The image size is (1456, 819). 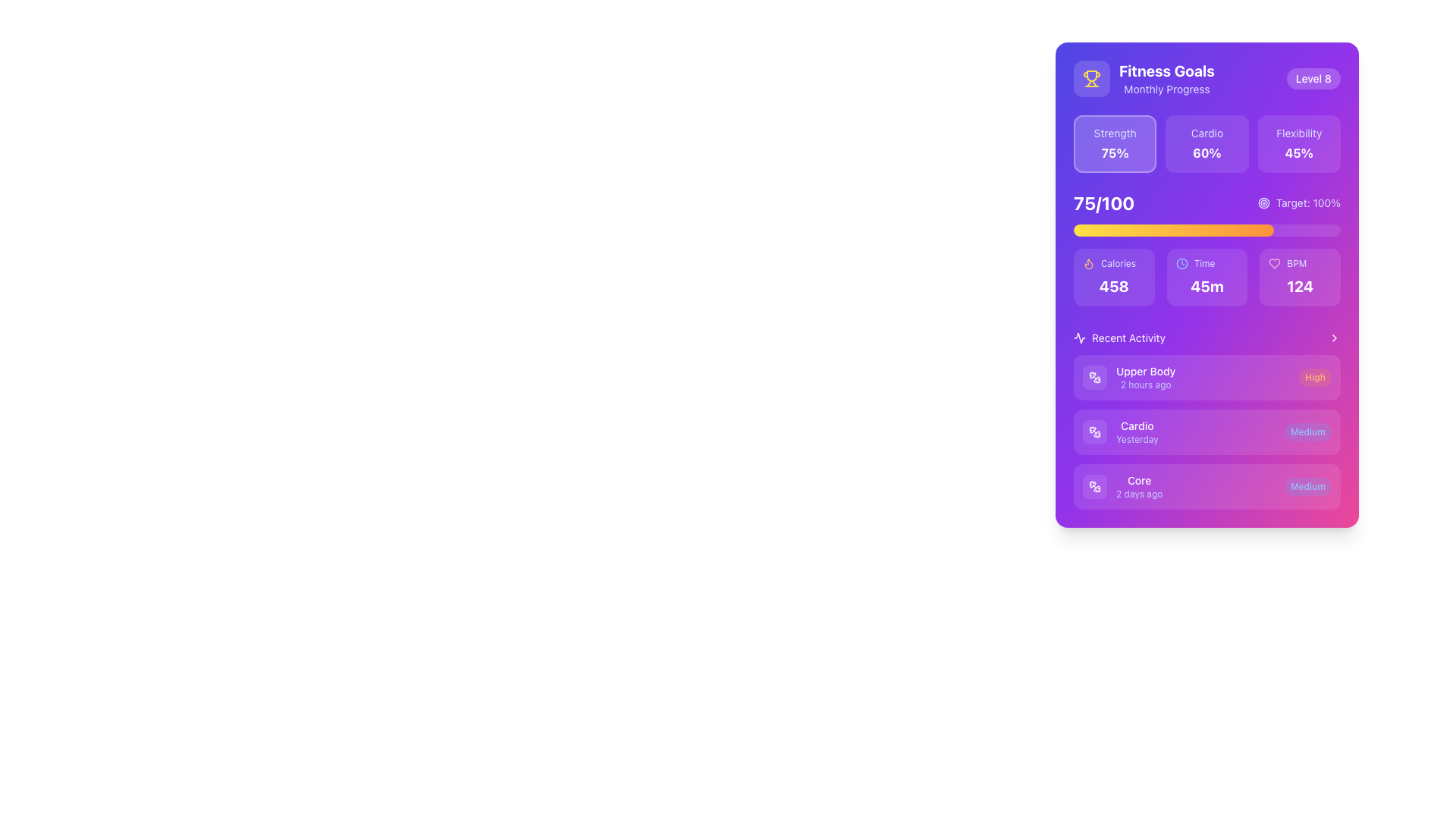 What do you see at coordinates (1207, 133) in the screenshot?
I see `the label indicating the performance metric category located in the top-right segment of the interface, which displays '60%'` at bounding box center [1207, 133].